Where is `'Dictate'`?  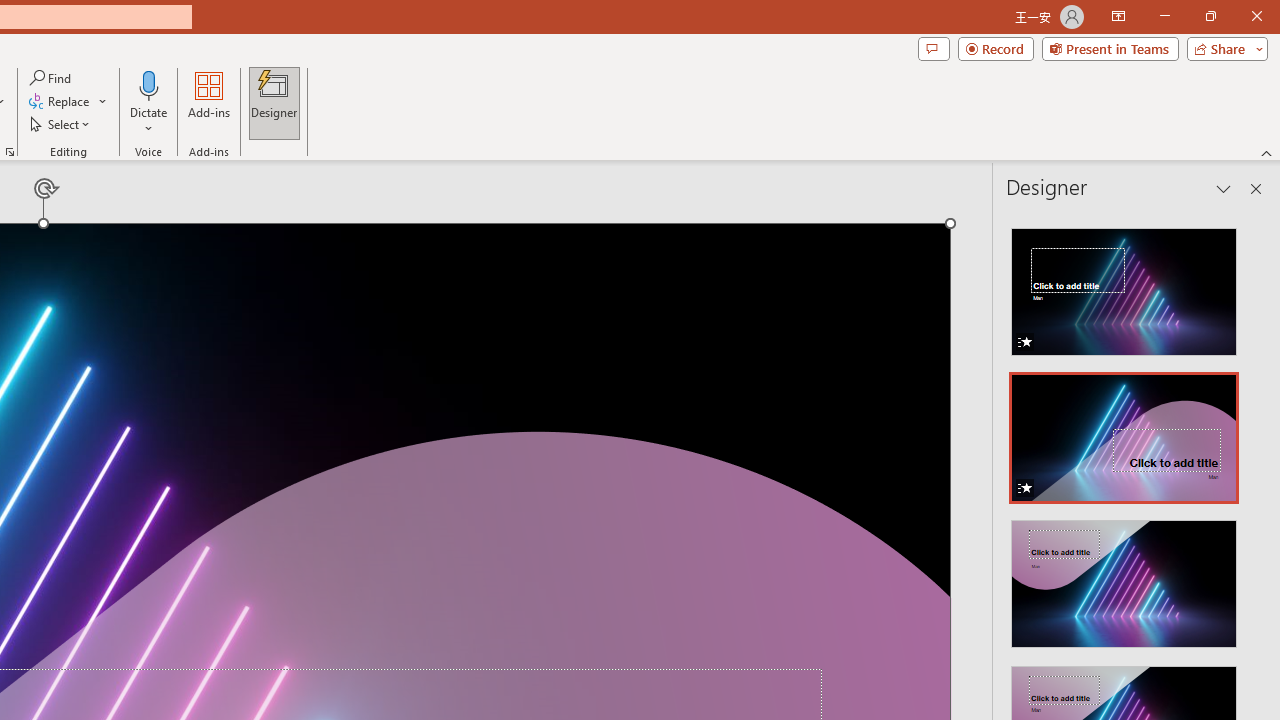 'Dictate' is located at coordinates (148, 103).